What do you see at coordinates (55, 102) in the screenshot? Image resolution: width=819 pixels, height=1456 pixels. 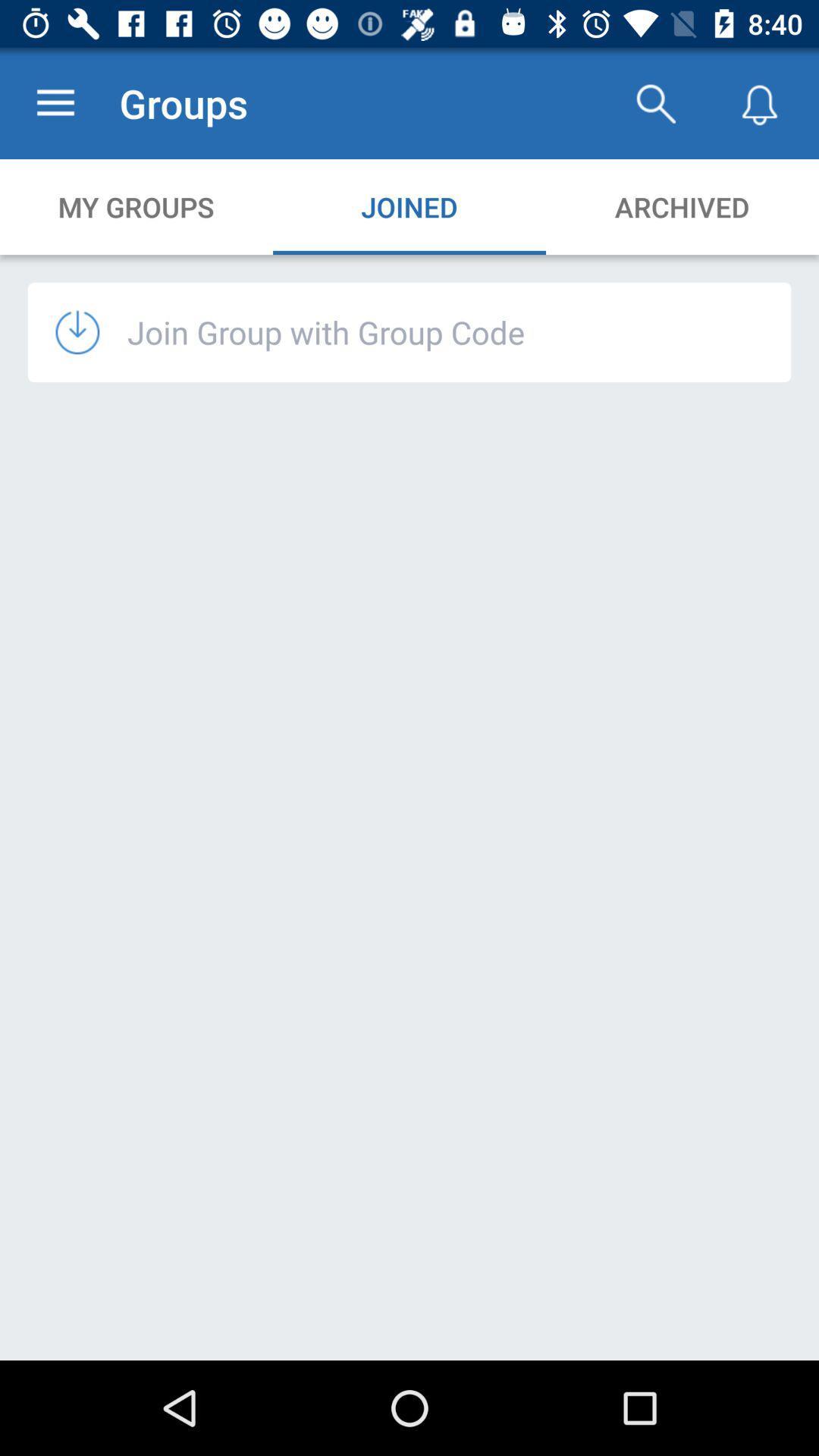 I see `the item to the left of groups` at bounding box center [55, 102].